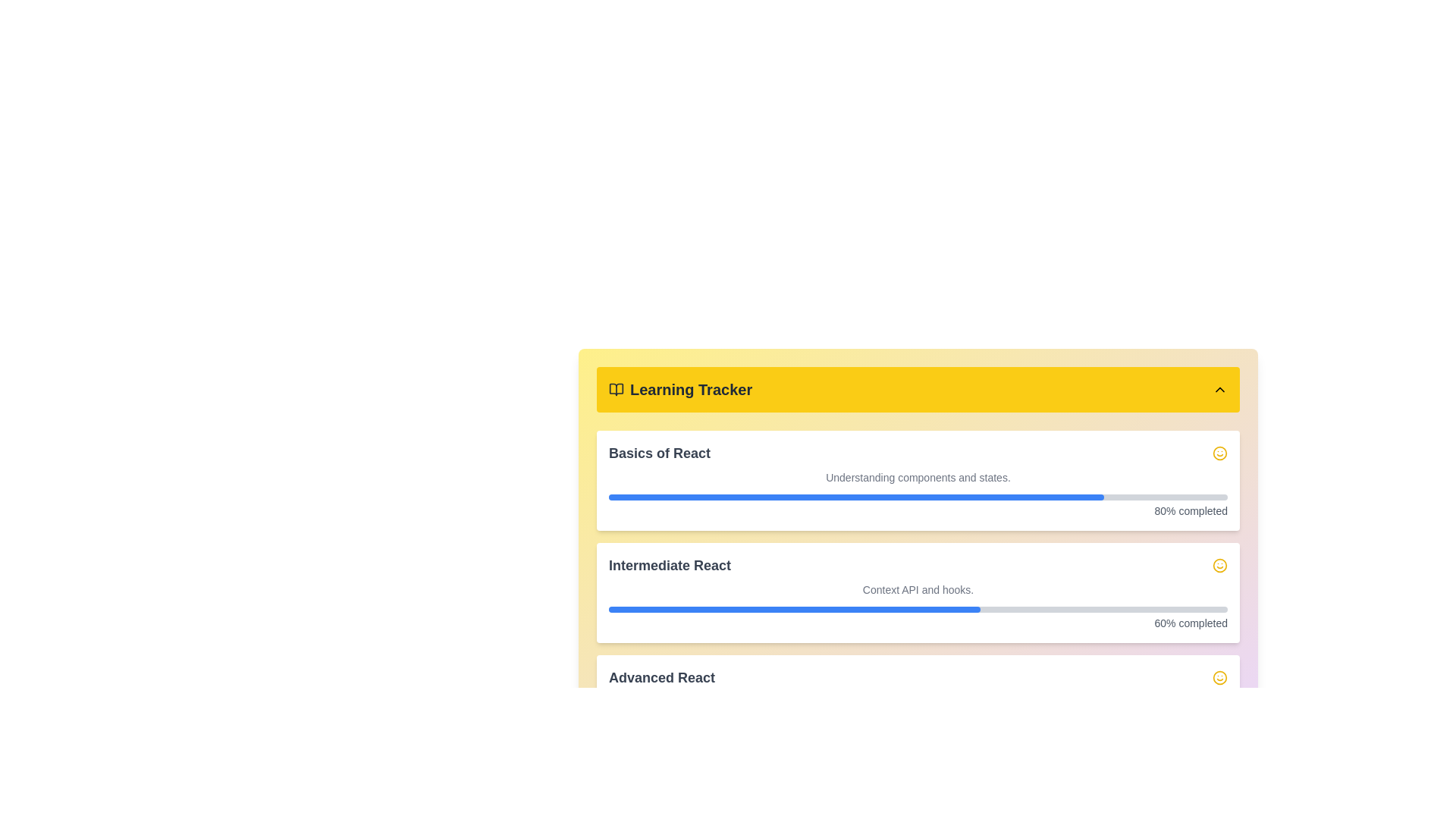 This screenshot has height=819, width=1456. I want to click on the blue progress indicator within the 'Intermediate React' section, which shows about 60% completion, so click(793, 608).